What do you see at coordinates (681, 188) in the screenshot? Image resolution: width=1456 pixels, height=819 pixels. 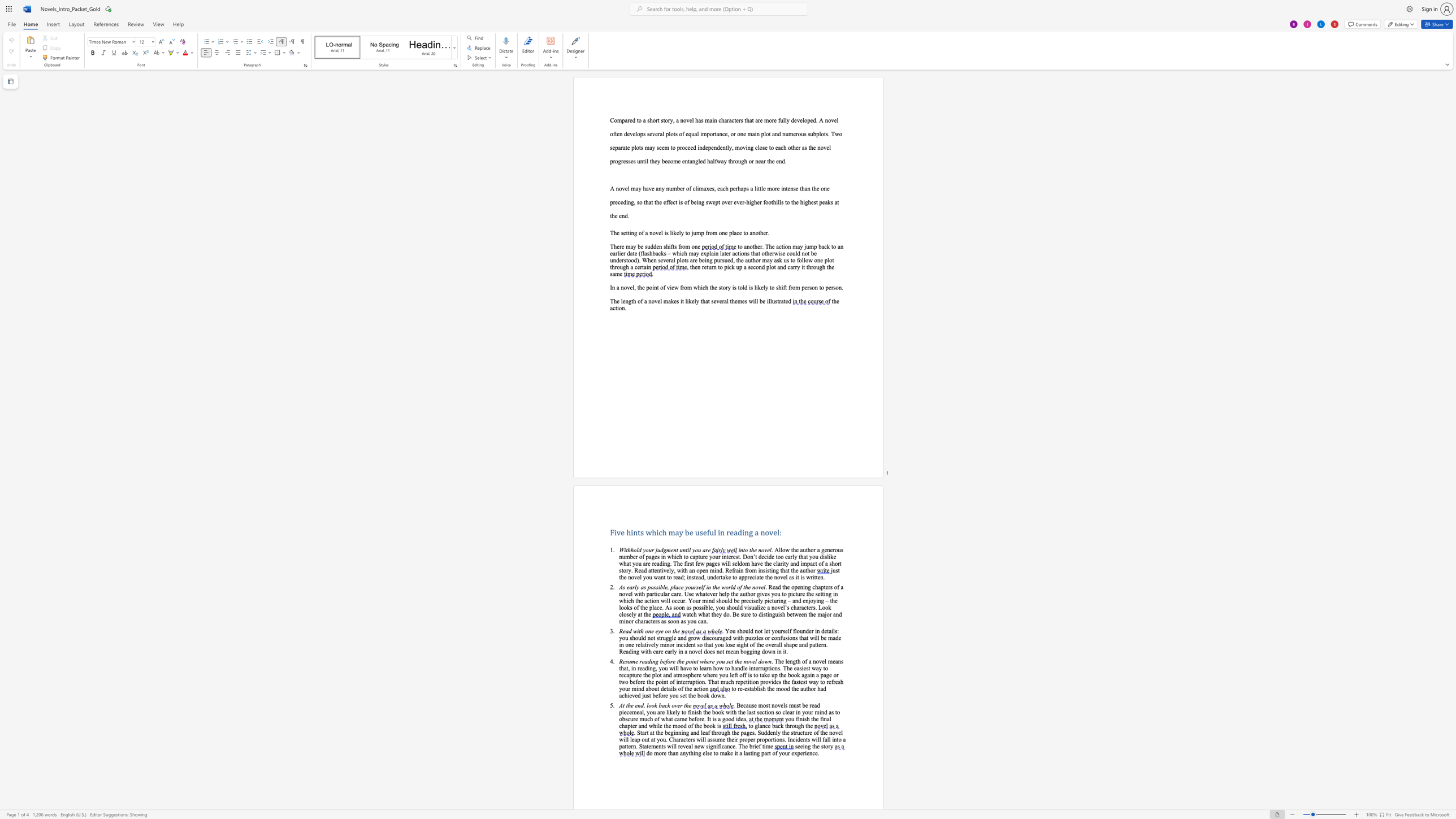 I see `the 3th character "e" in the text` at bounding box center [681, 188].